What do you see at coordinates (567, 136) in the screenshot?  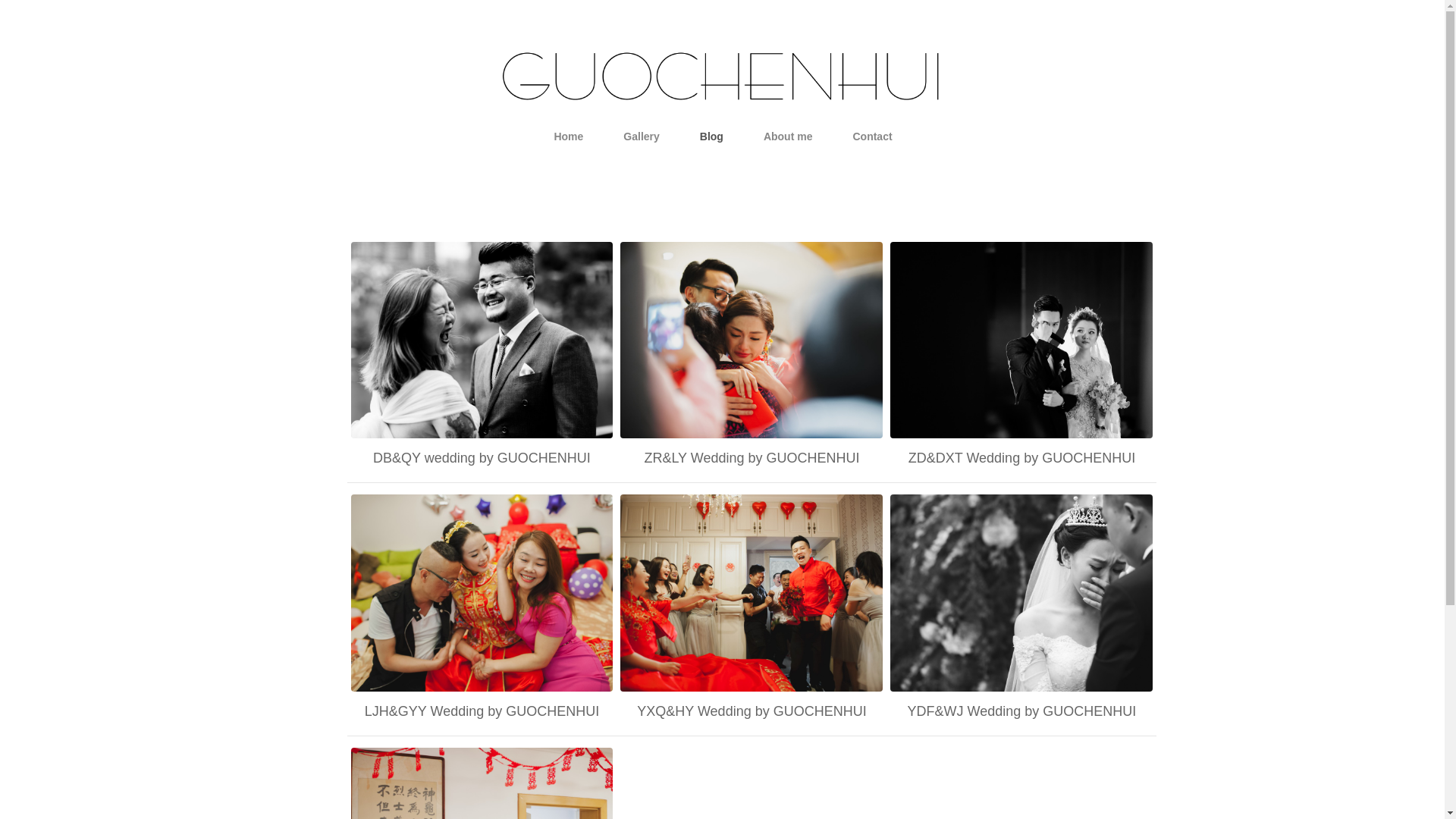 I see `'Home'` at bounding box center [567, 136].